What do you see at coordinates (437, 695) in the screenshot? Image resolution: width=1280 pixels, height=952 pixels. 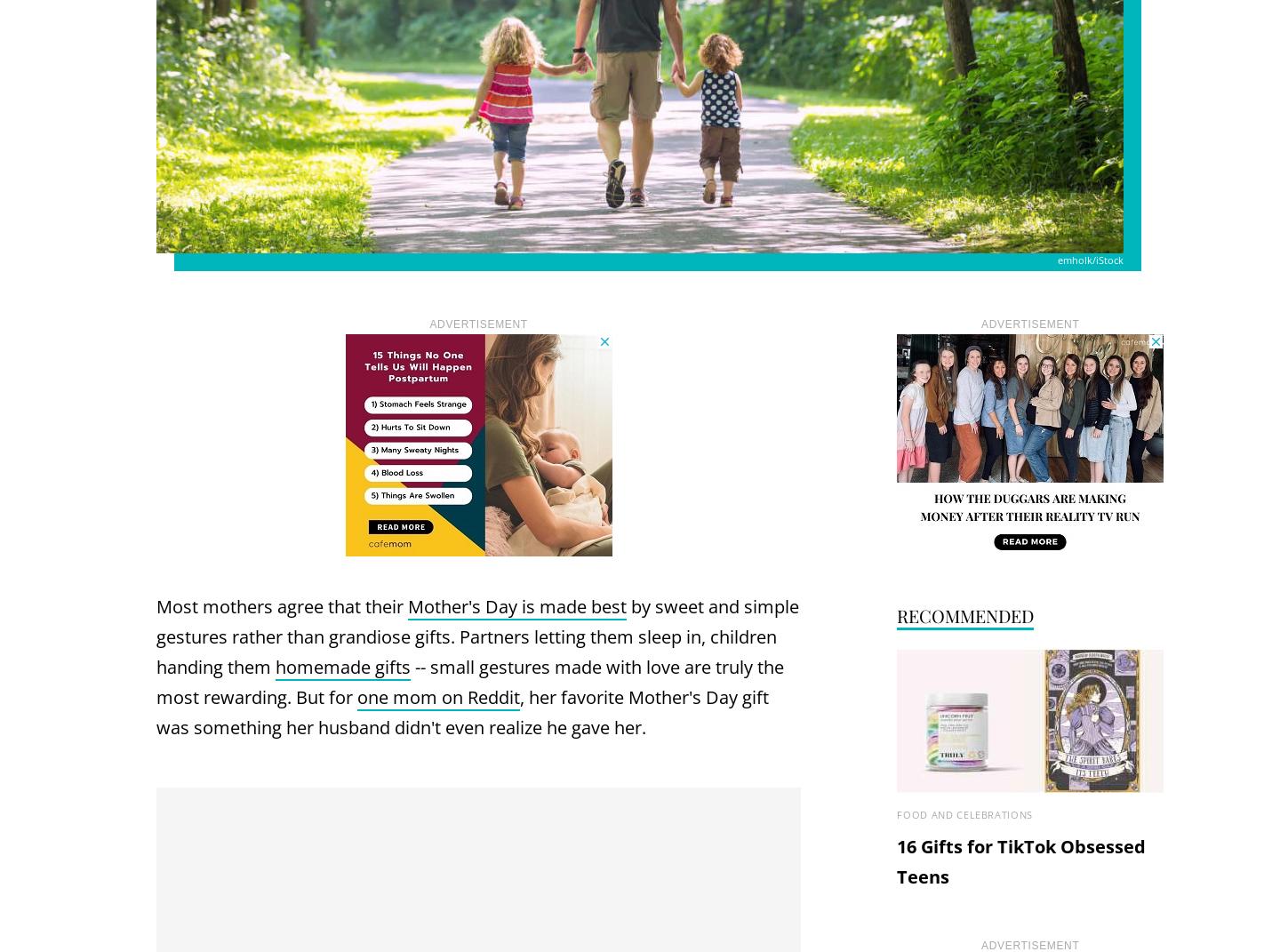 I see `'one mom on Reddit'` at bounding box center [437, 695].